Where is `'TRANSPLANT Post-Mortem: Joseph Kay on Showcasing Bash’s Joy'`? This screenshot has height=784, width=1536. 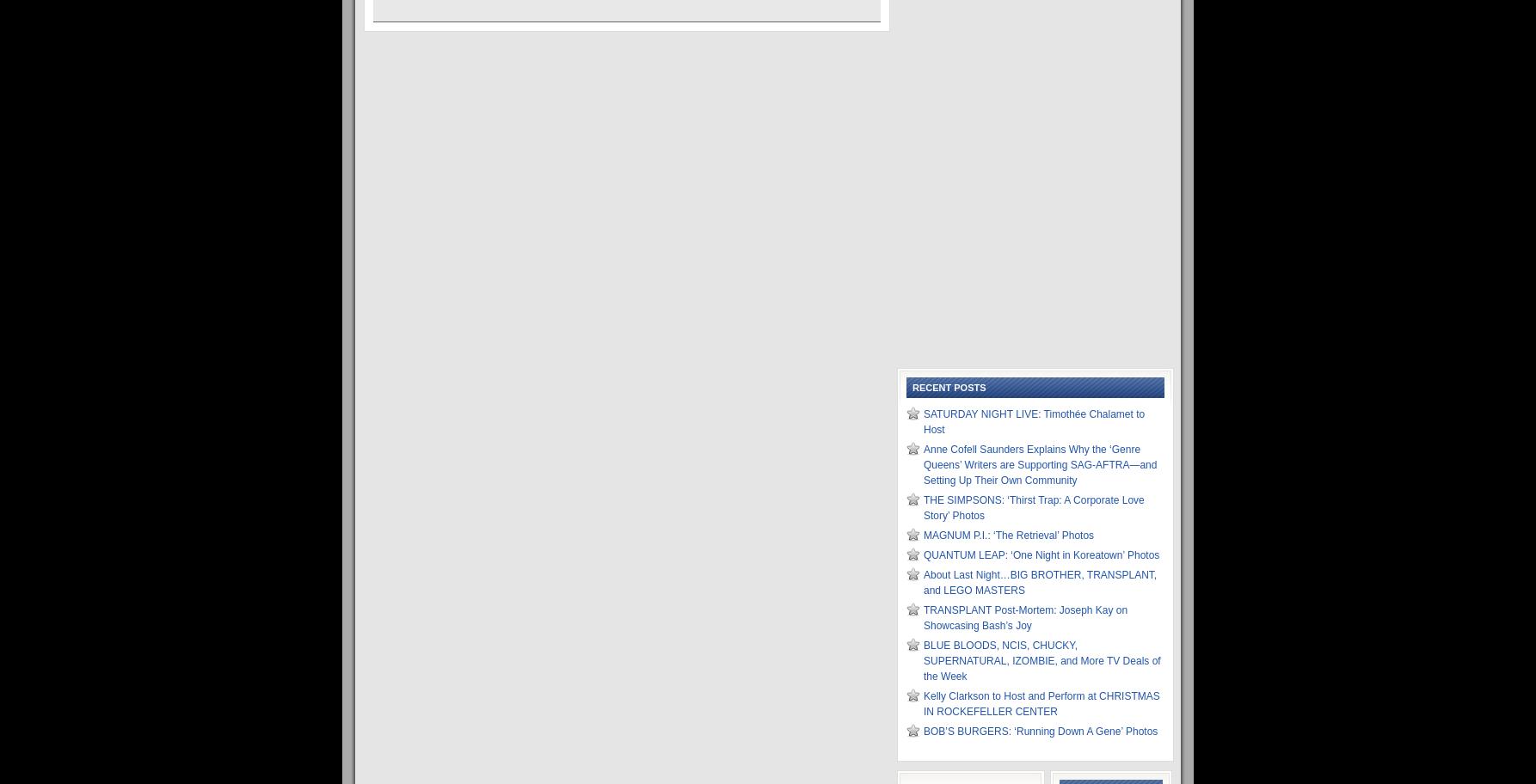 'TRANSPLANT Post-Mortem: Joseph Kay on Showcasing Bash’s Joy' is located at coordinates (1025, 618).